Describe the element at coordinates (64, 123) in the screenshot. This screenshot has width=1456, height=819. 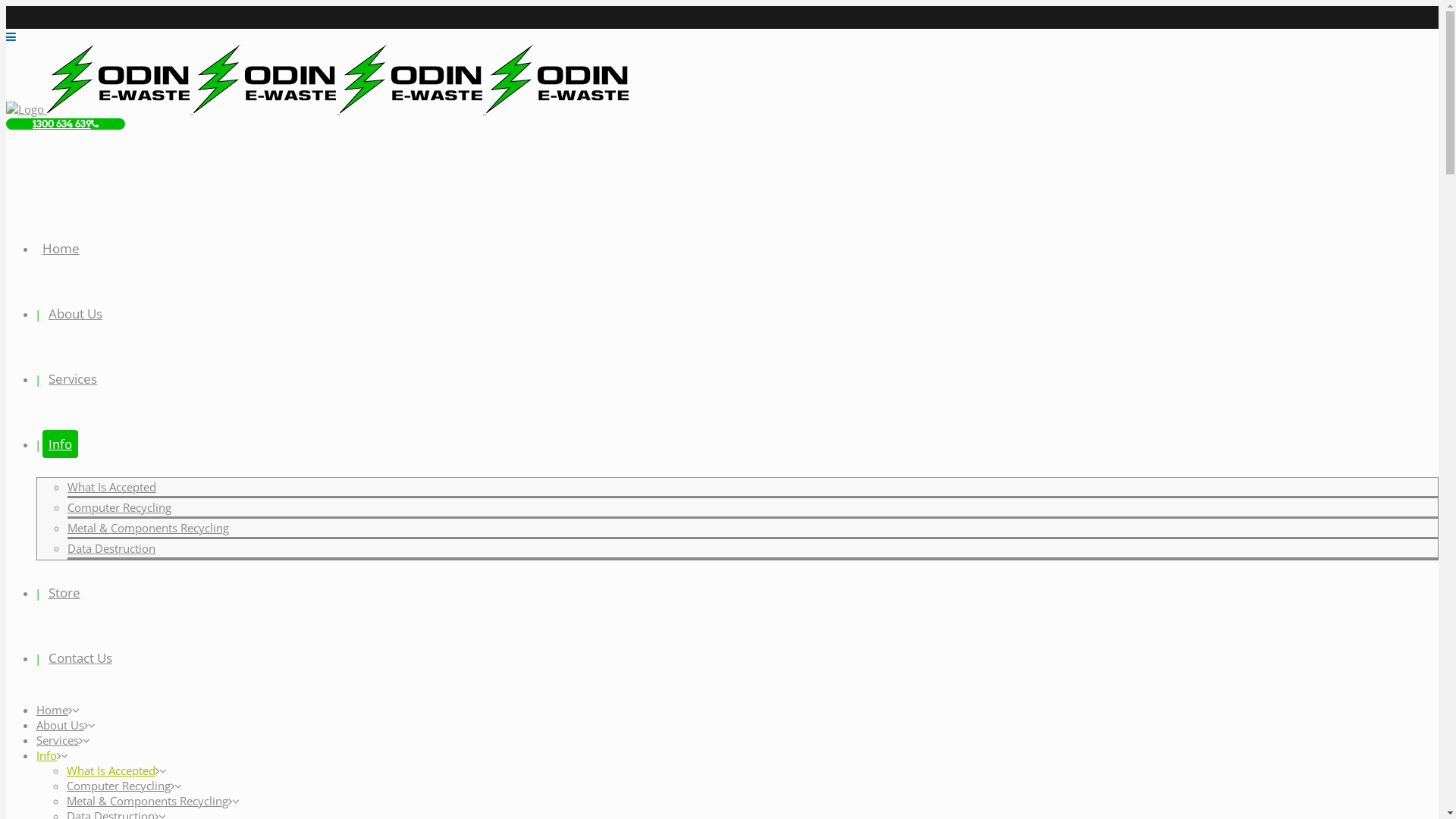
I see `'1300 634 639'` at that location.